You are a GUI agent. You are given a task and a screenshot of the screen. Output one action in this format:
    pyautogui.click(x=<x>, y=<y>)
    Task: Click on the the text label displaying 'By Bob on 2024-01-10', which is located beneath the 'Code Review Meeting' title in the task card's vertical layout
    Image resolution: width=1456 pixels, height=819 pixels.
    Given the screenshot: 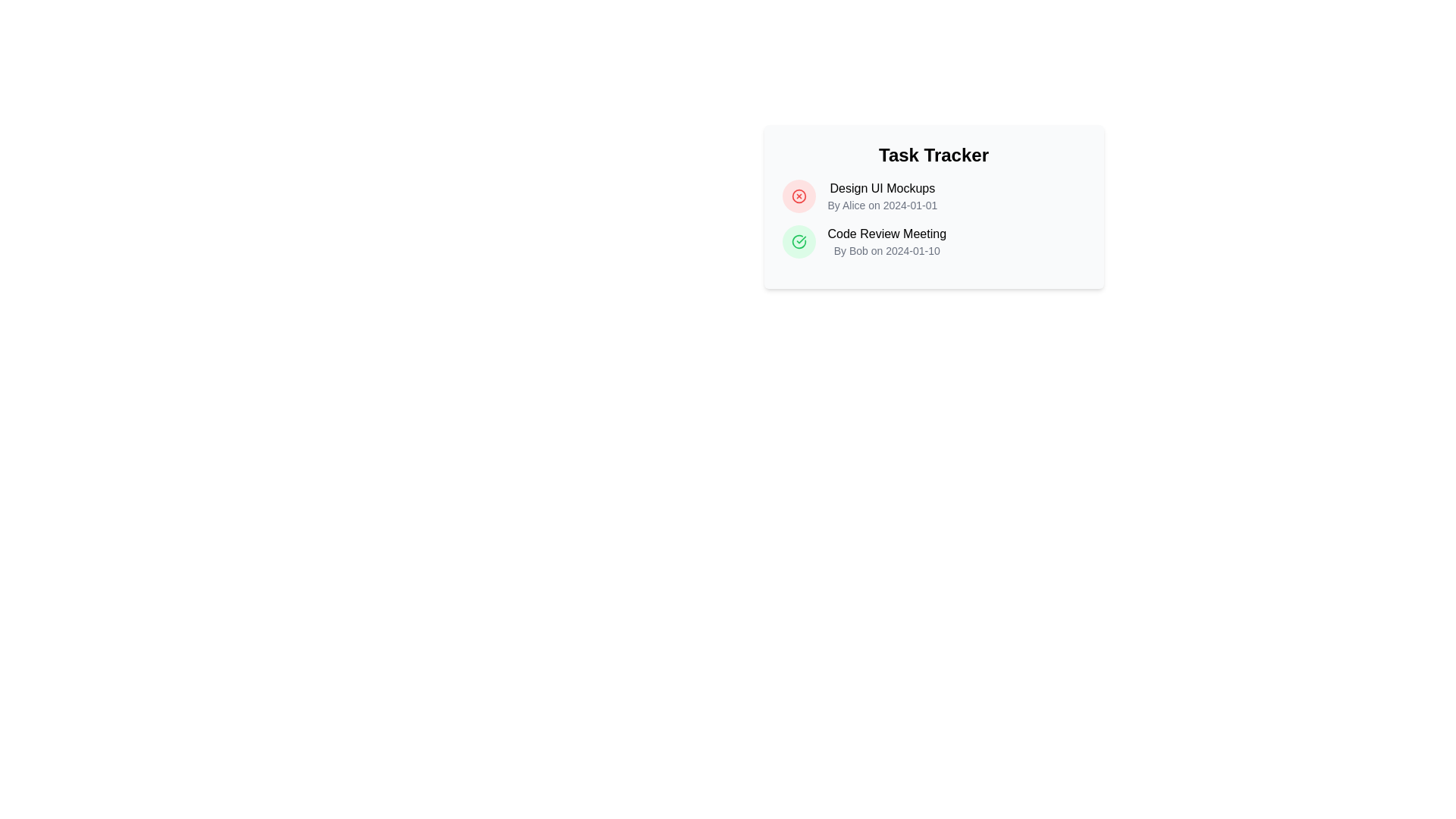 What is the action you would take?
    pyautogui.click(x=886, y=250)
    